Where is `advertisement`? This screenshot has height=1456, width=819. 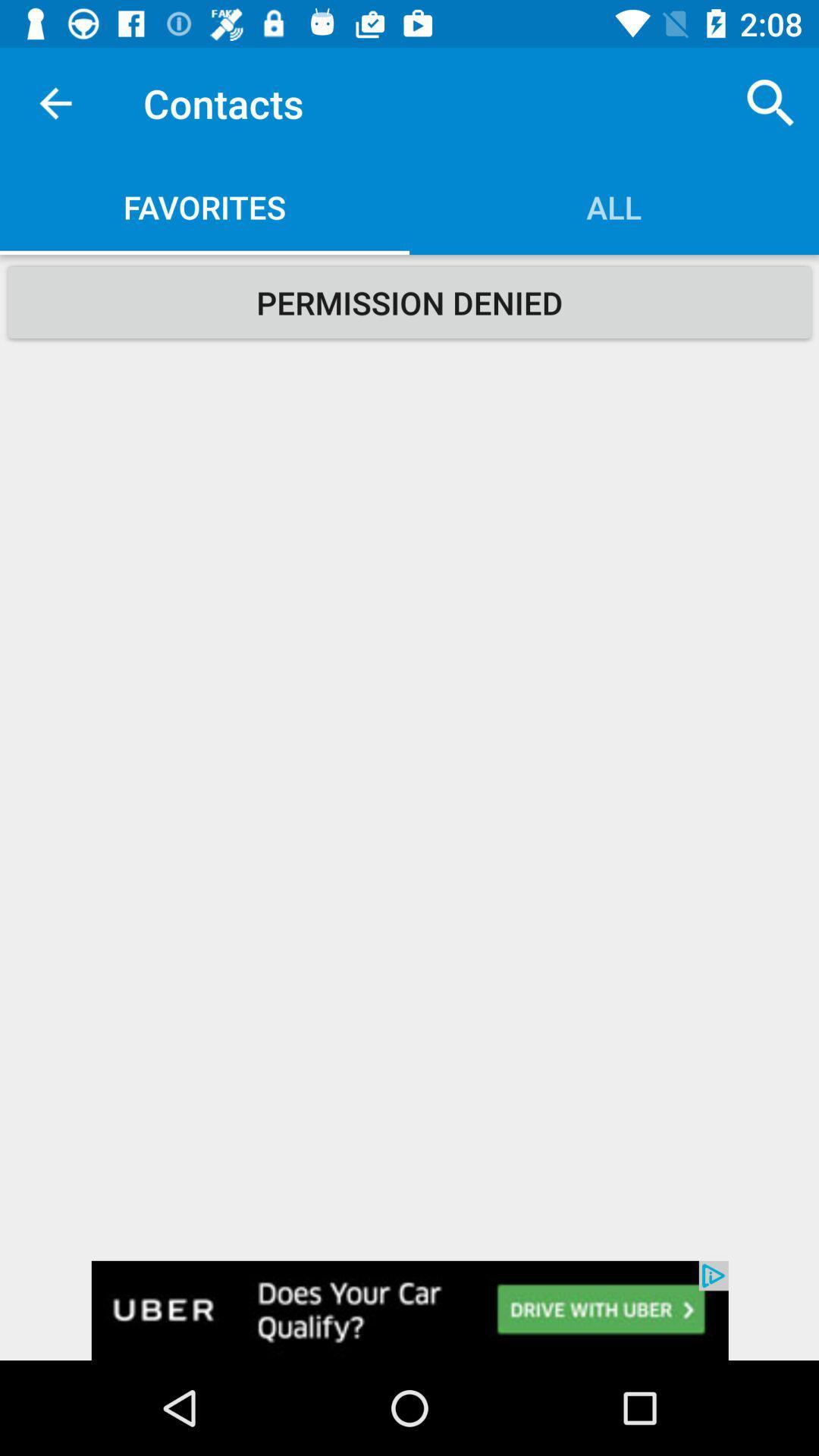
advertisement is located at coordinates (409, 1310).